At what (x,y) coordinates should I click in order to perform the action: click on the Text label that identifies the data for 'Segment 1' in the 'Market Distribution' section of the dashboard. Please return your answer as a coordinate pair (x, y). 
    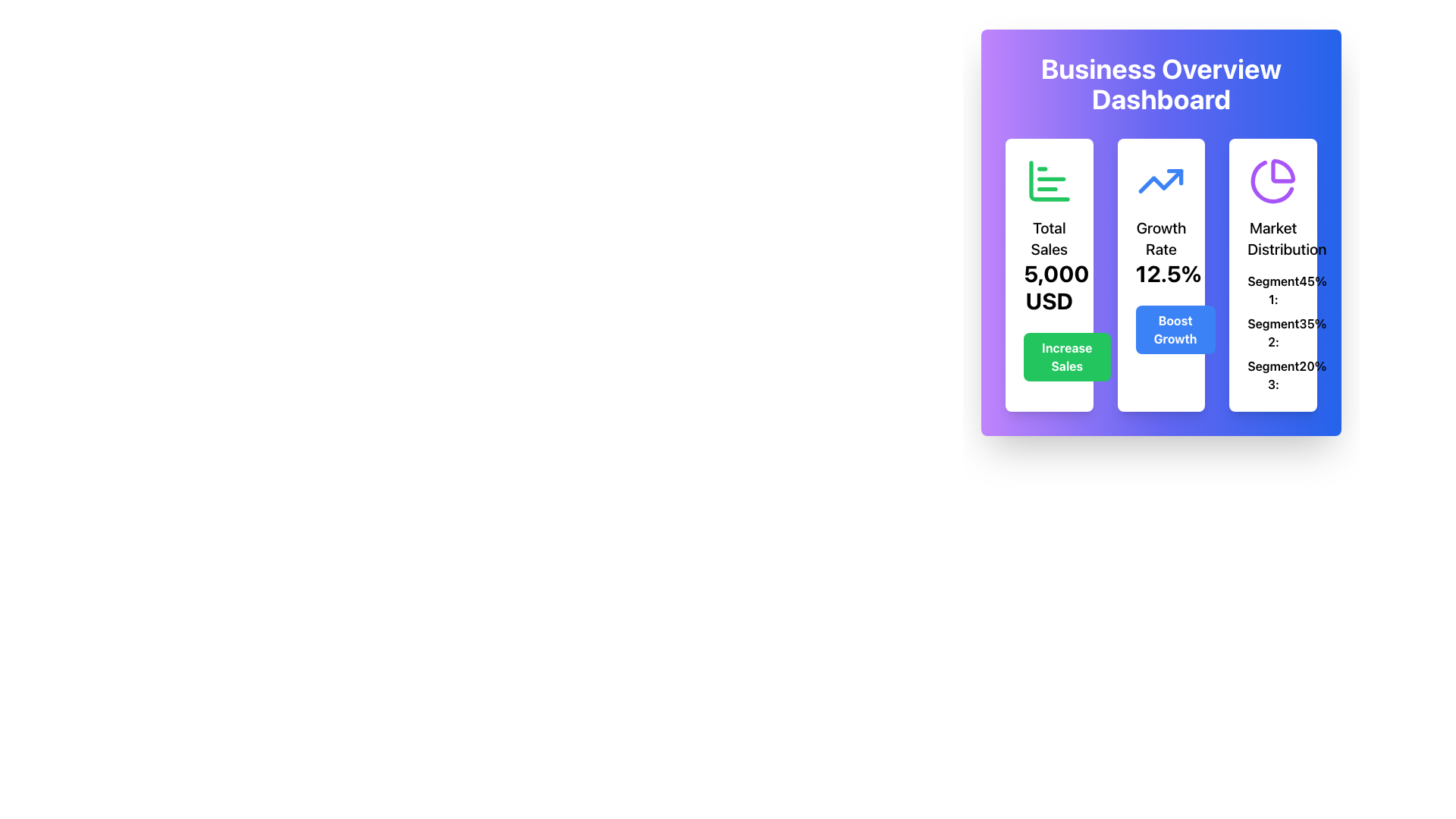
    Looking at the image, I should click on (1273, 290).